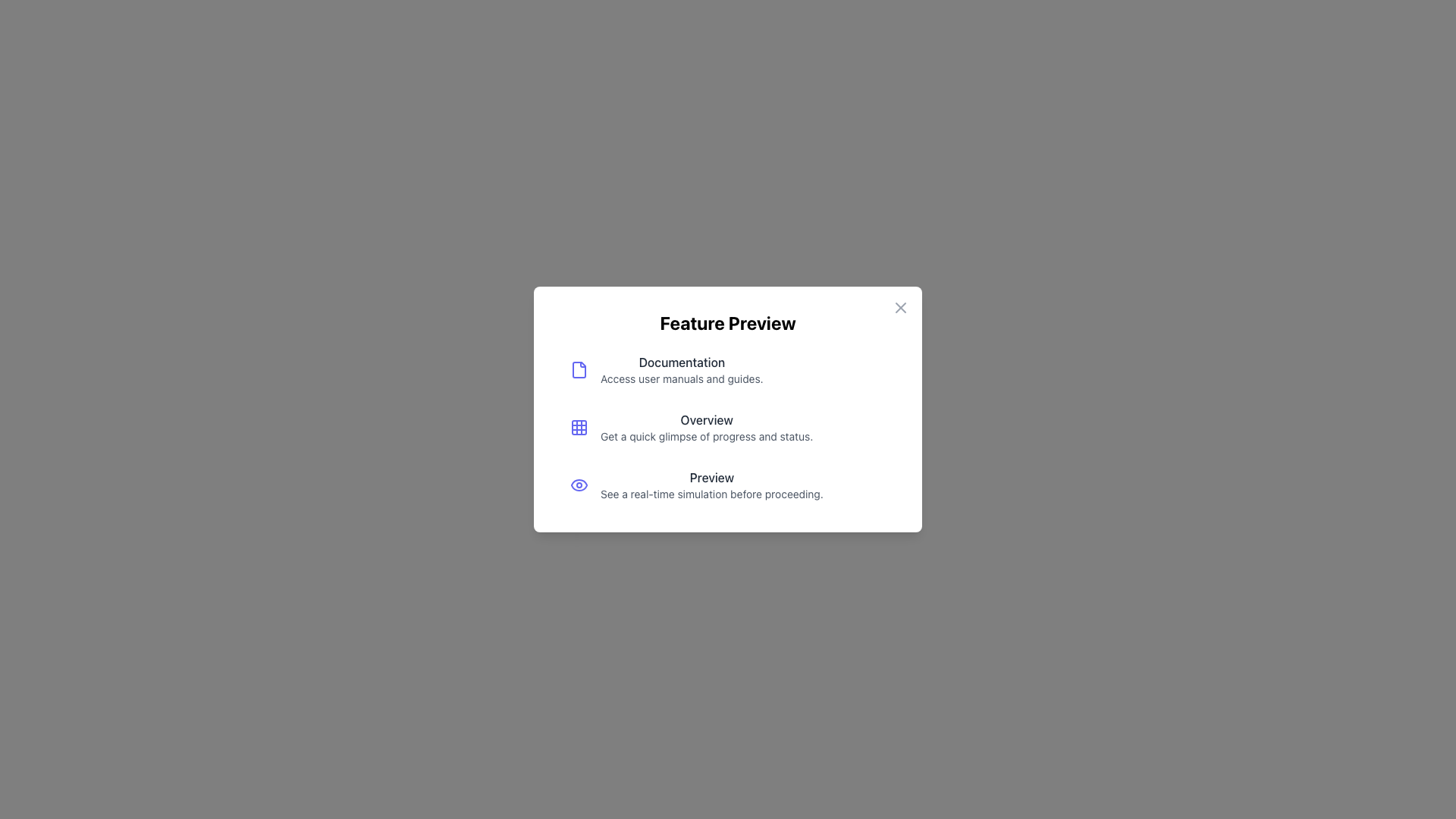 The image size is (1456, 819). What do you see at coordinates (728, 409) in the screenshot?
I see `the middle interactive section of the dialog box labeled 'Overview' in the 'Feature Preview' dialog` at bounding box center [728, 409].